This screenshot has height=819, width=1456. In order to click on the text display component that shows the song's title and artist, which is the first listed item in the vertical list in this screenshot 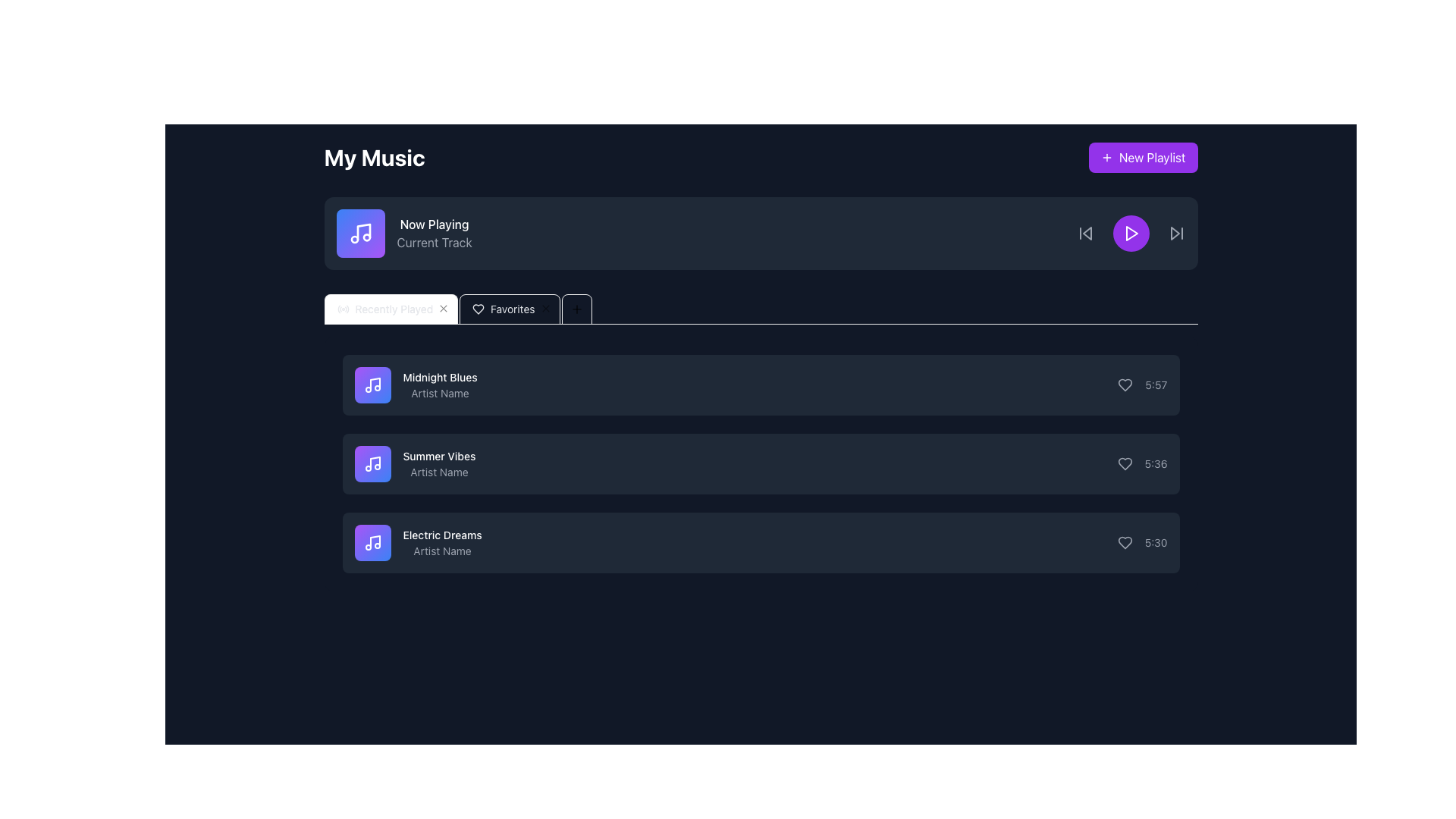, I will do `click(416, 384)`.